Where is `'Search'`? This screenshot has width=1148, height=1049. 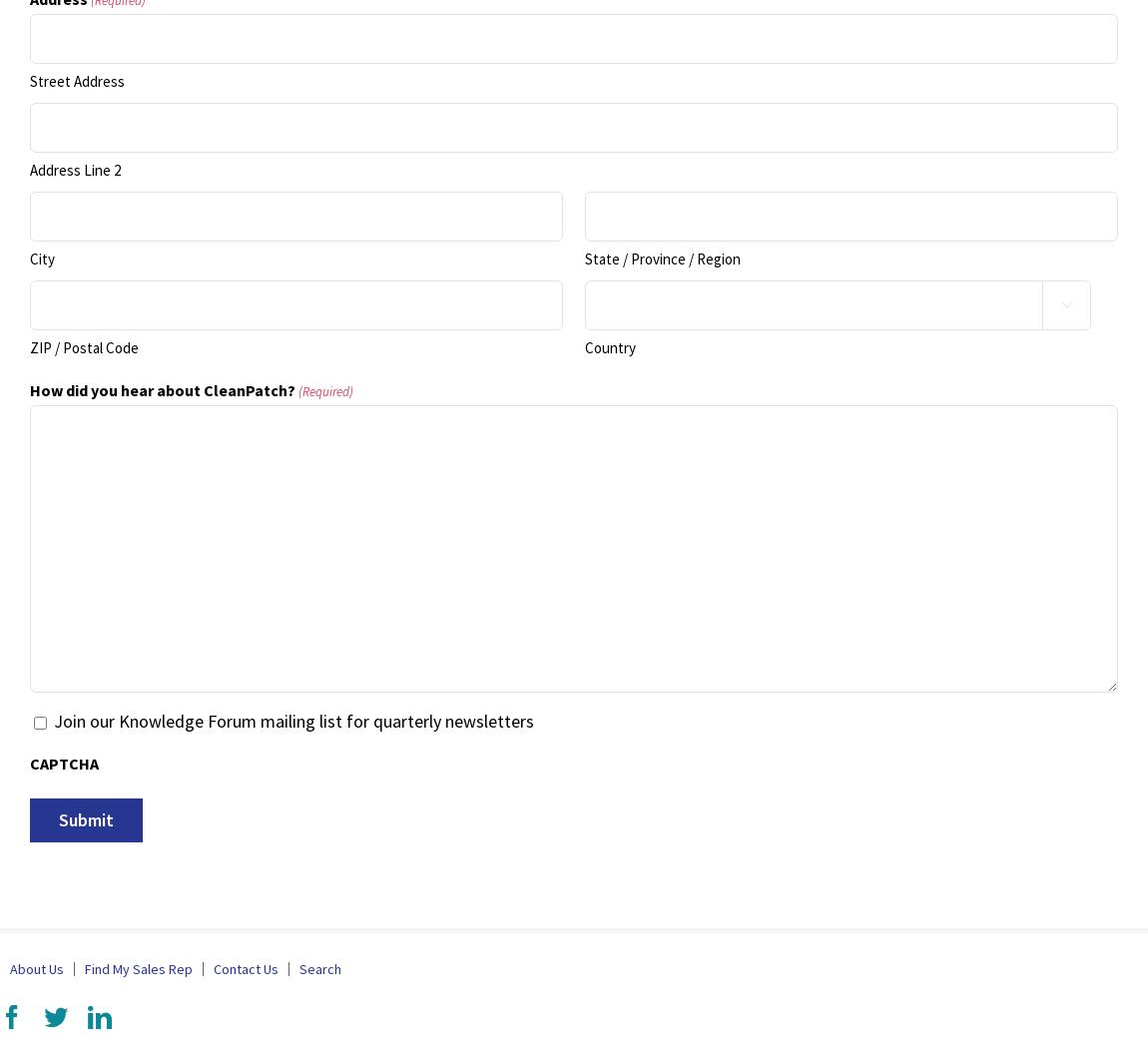 'Search' is located at coordinates (319, 969).